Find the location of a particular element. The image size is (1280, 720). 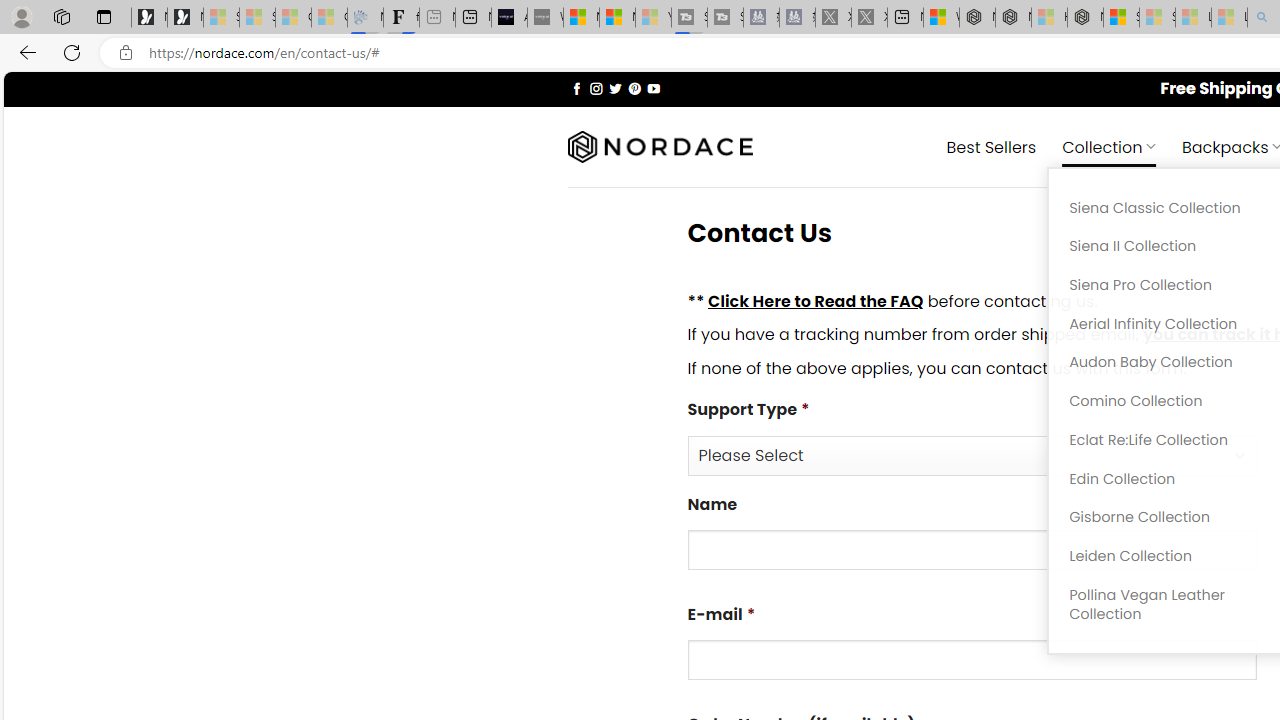

'Follow on Twitter' is located at coordinates (614, 87).